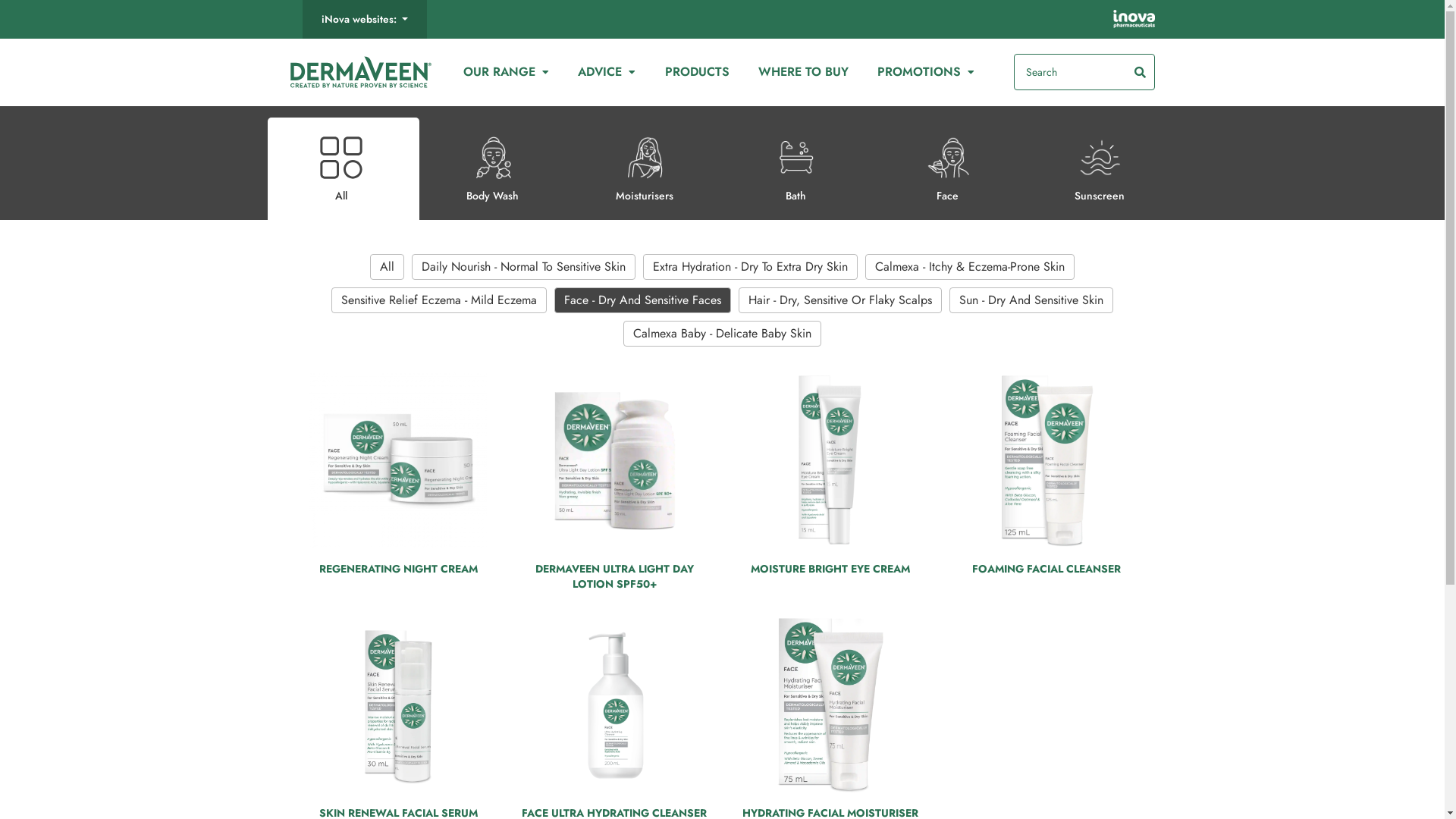 The image size is (1456, 819). I want to click on 'Face - Dry And Sensitive Faces', so click(642, 300).